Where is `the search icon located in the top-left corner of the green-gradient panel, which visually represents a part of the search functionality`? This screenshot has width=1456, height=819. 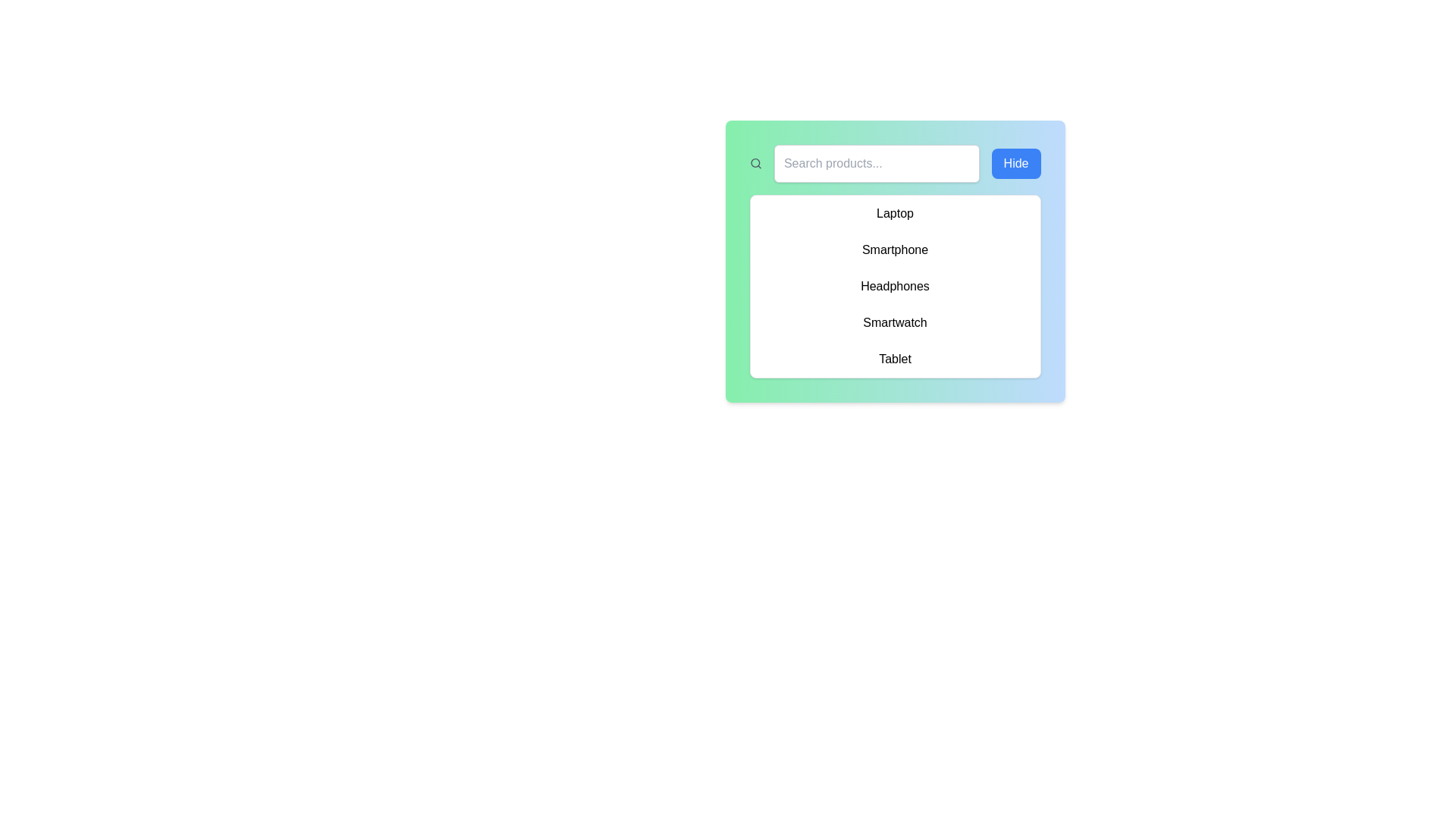
the search icon located in the top-left corner of the green-gradient panel, which visually represents a part of the search functionality is located at coordinates (755, 163).